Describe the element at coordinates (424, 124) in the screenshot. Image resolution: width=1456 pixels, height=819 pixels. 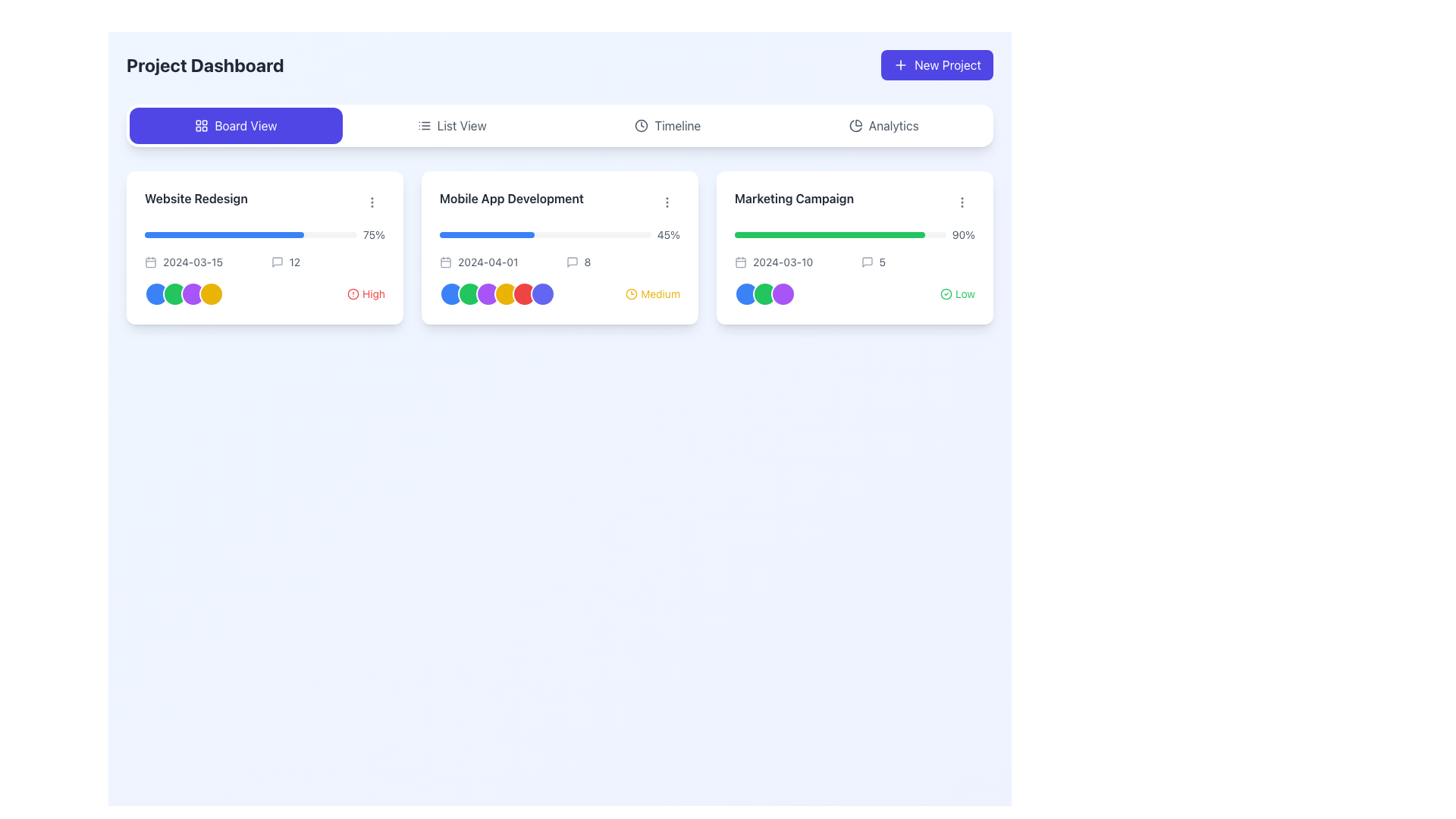
I see `the 'List View' button, which is the second icon from the left in the horizontal navigation menu at the top-center of the interface` at that location.